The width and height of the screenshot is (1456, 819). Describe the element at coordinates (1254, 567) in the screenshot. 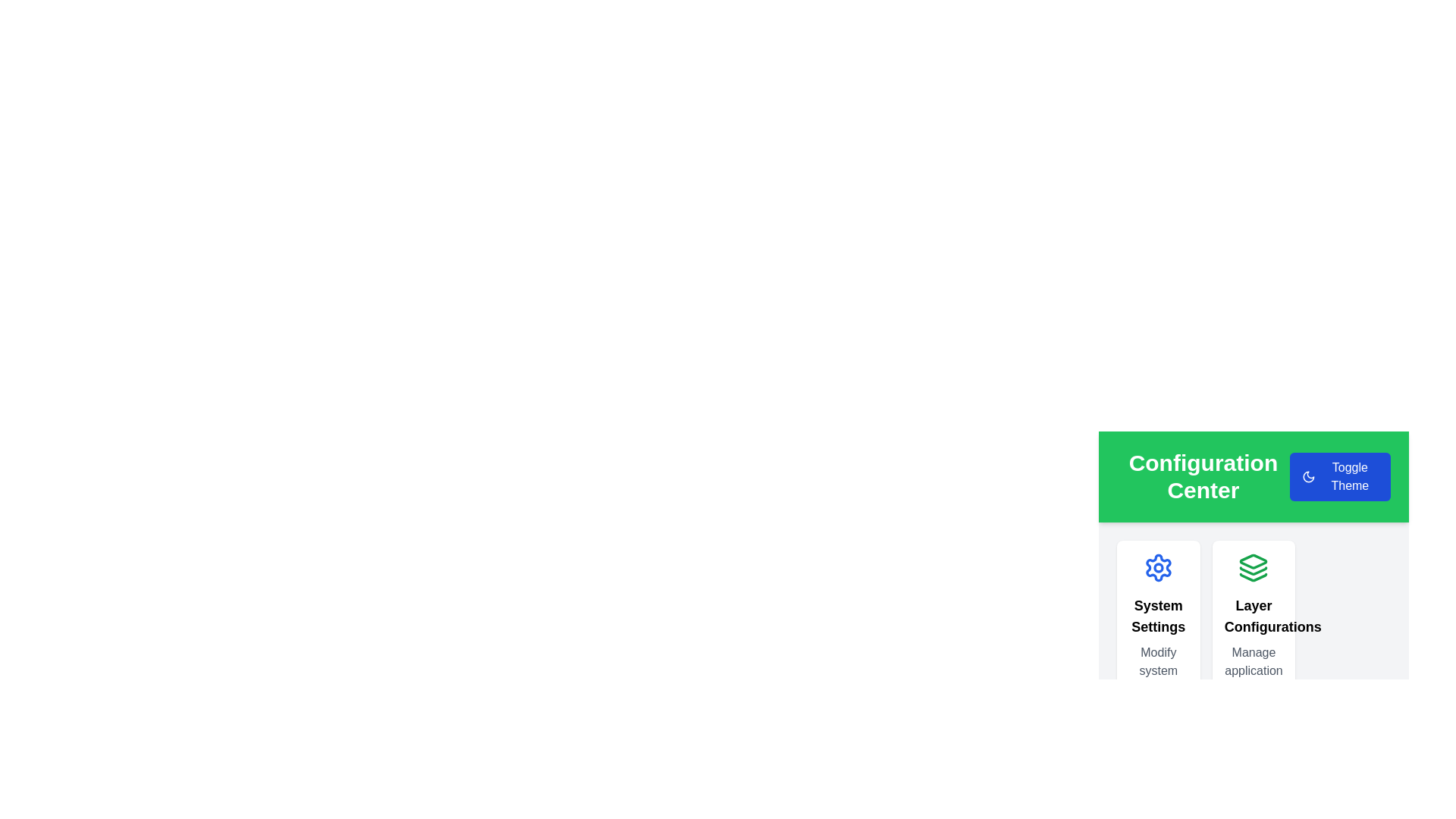

I see `the layered stack icon with a green outline located at the top of the card labeled 'Layer Configurations', positioned adjacent to the card labeled 'System Settings'` at that location.